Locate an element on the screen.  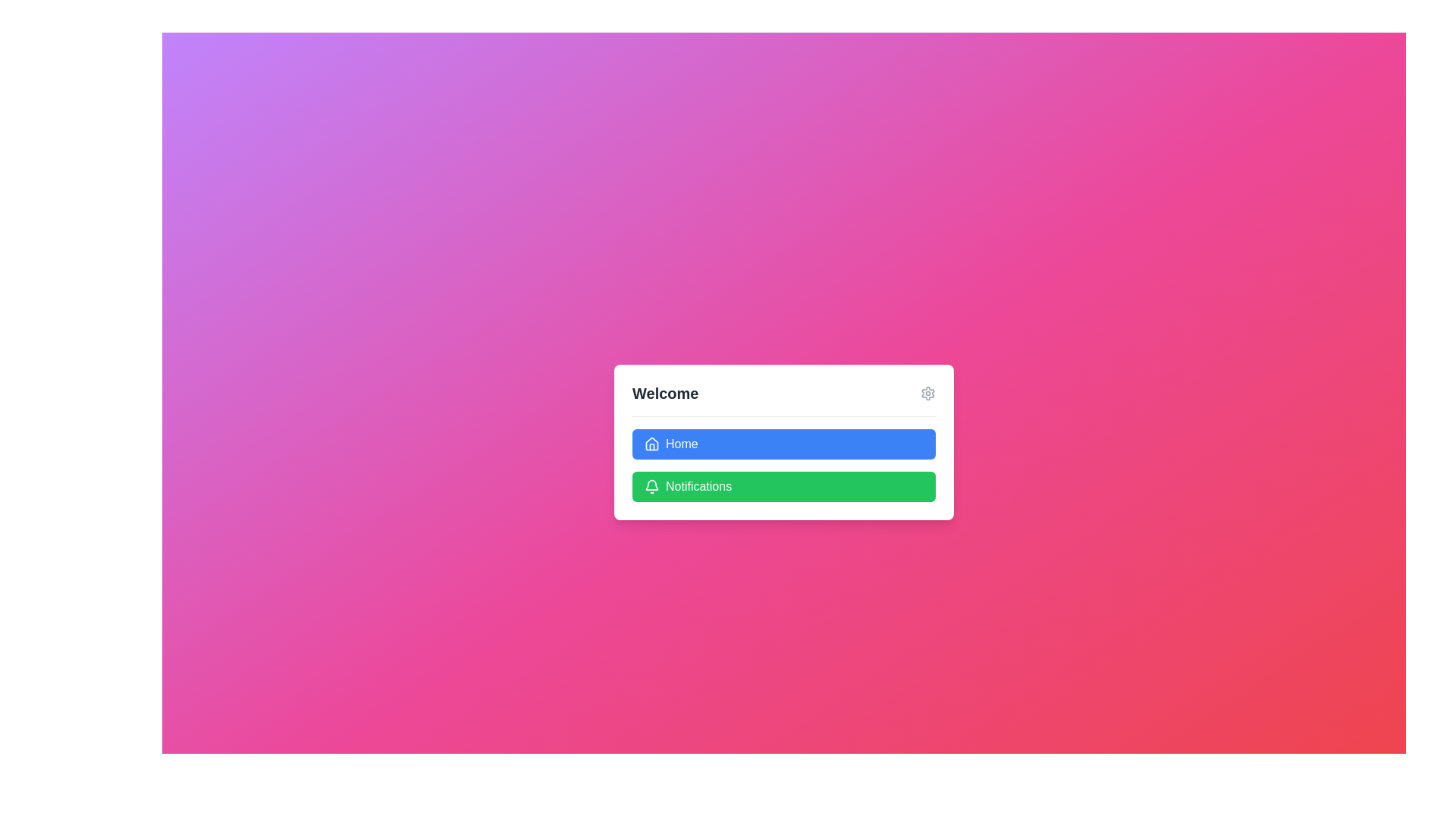
the 'Home' icon located within the rectangular button labeled 'Home', which is positioned to the left of the text 'Home' is located at coordinates (651, 444).